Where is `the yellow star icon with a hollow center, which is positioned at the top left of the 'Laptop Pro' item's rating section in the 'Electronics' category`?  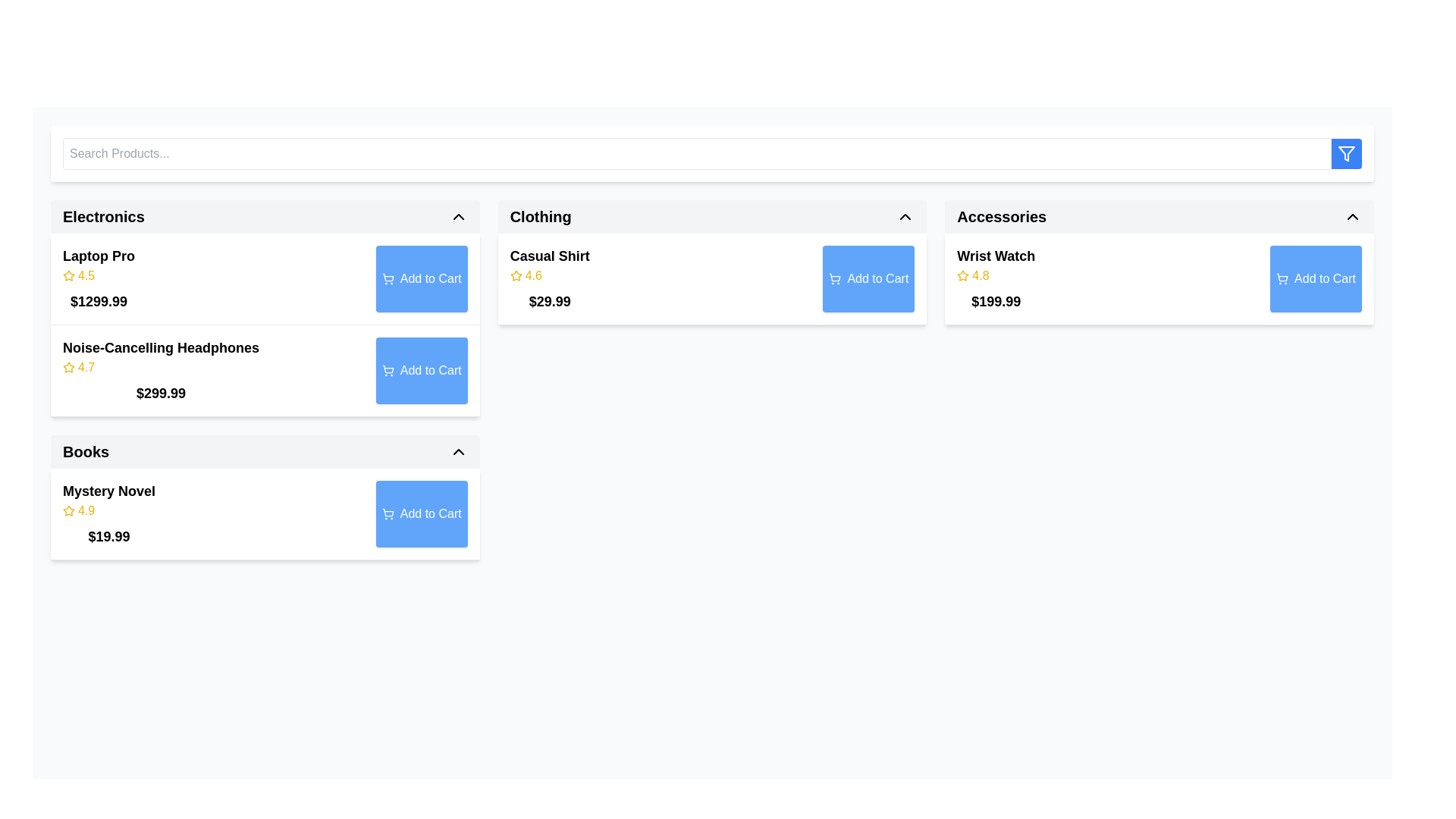
the yellow star icon with a hollow center, which is positioned at the top left of the 'Laptop Pro' item's rating section in the 'Electronics' category is located at coordinates (68, 275).